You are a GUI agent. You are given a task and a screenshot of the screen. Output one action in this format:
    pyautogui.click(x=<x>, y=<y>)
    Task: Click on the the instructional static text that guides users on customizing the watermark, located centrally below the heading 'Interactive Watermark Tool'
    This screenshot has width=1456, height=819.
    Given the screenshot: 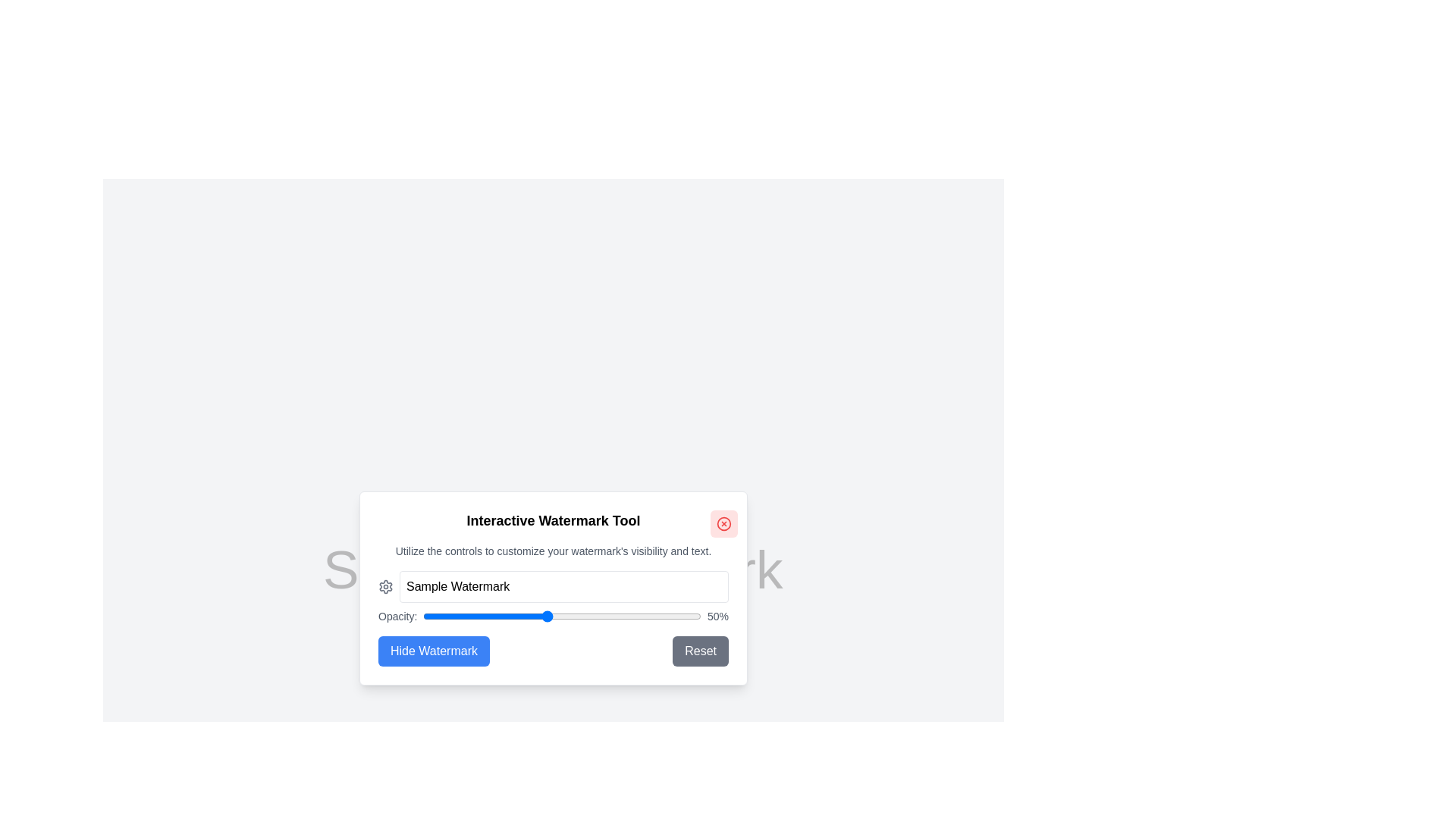 What is the action you would take?
    pyautogui.click(x=552, y=551)
    